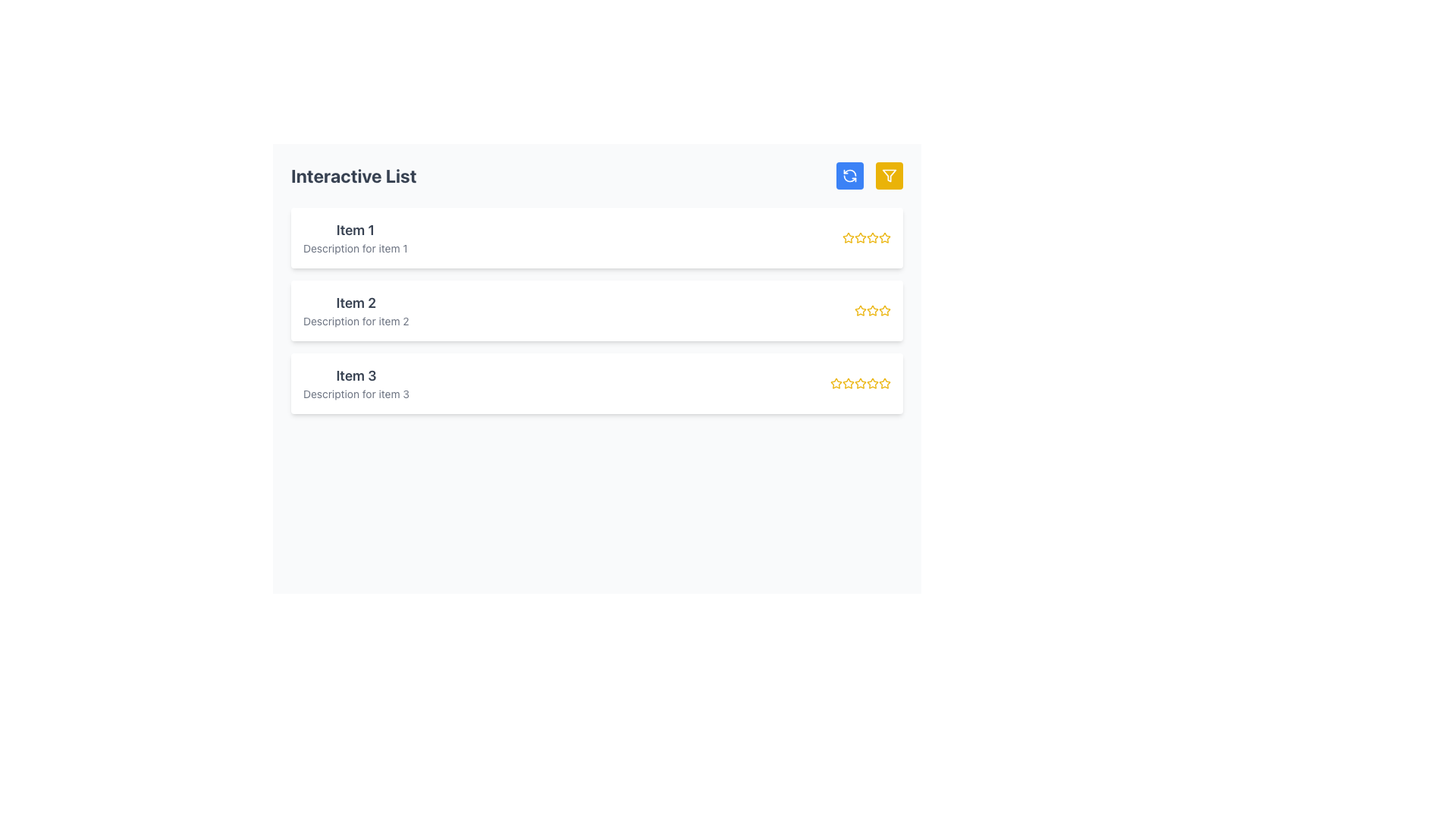 This screenshot has height=819, width=1456. I want to click on the third star icon in the rating panel associated with the second list item under the header 'Interactive List', so click(873, 309).